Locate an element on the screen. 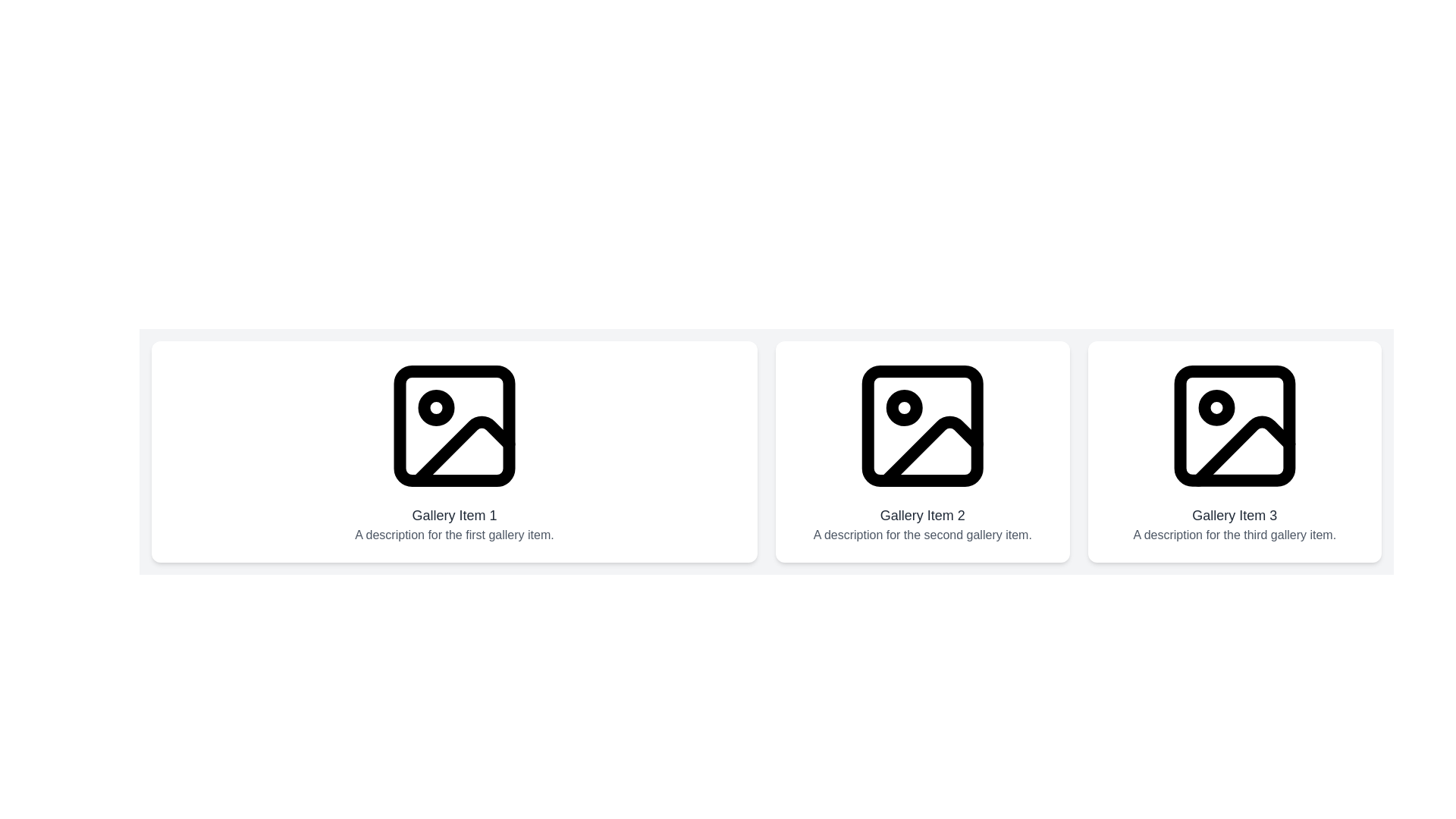 The image size is (1456, 819). the gallery card that displays a visual representation, a title, and a brief description, located as the third item in a row of three elements is located at coordinates (1235, 451).